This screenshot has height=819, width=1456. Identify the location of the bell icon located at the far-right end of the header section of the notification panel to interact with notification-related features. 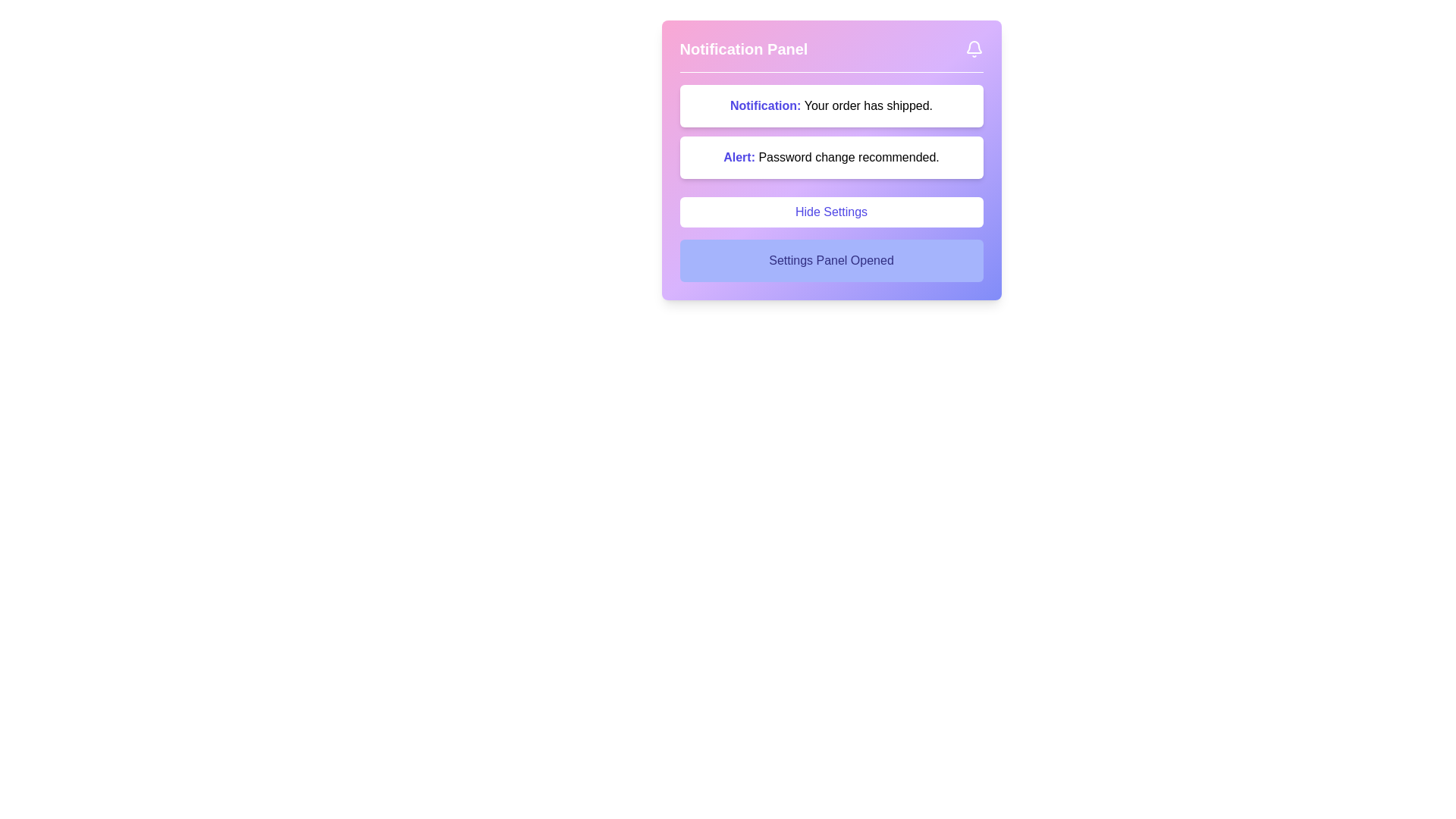
(974, 49).